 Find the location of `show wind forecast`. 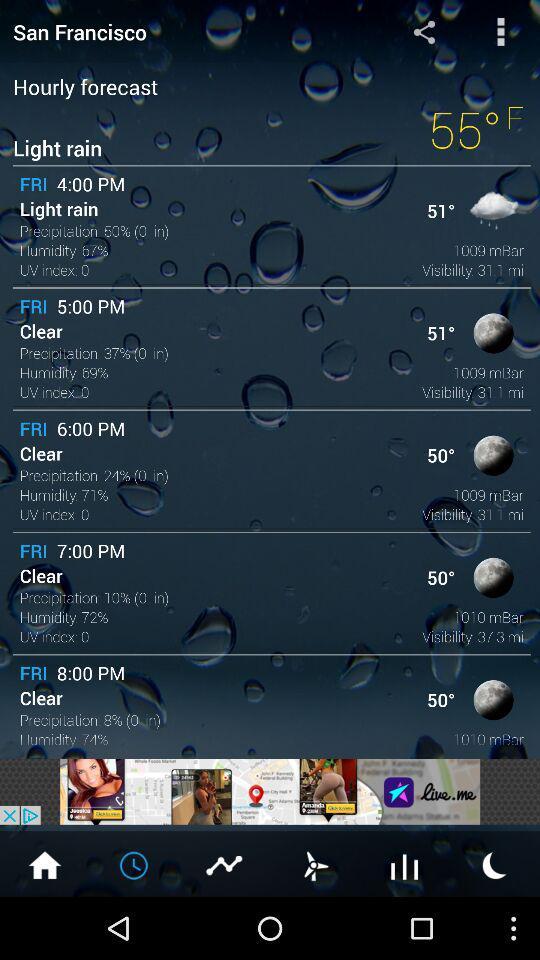

show wind forecast is located at coordinates (314, 863).